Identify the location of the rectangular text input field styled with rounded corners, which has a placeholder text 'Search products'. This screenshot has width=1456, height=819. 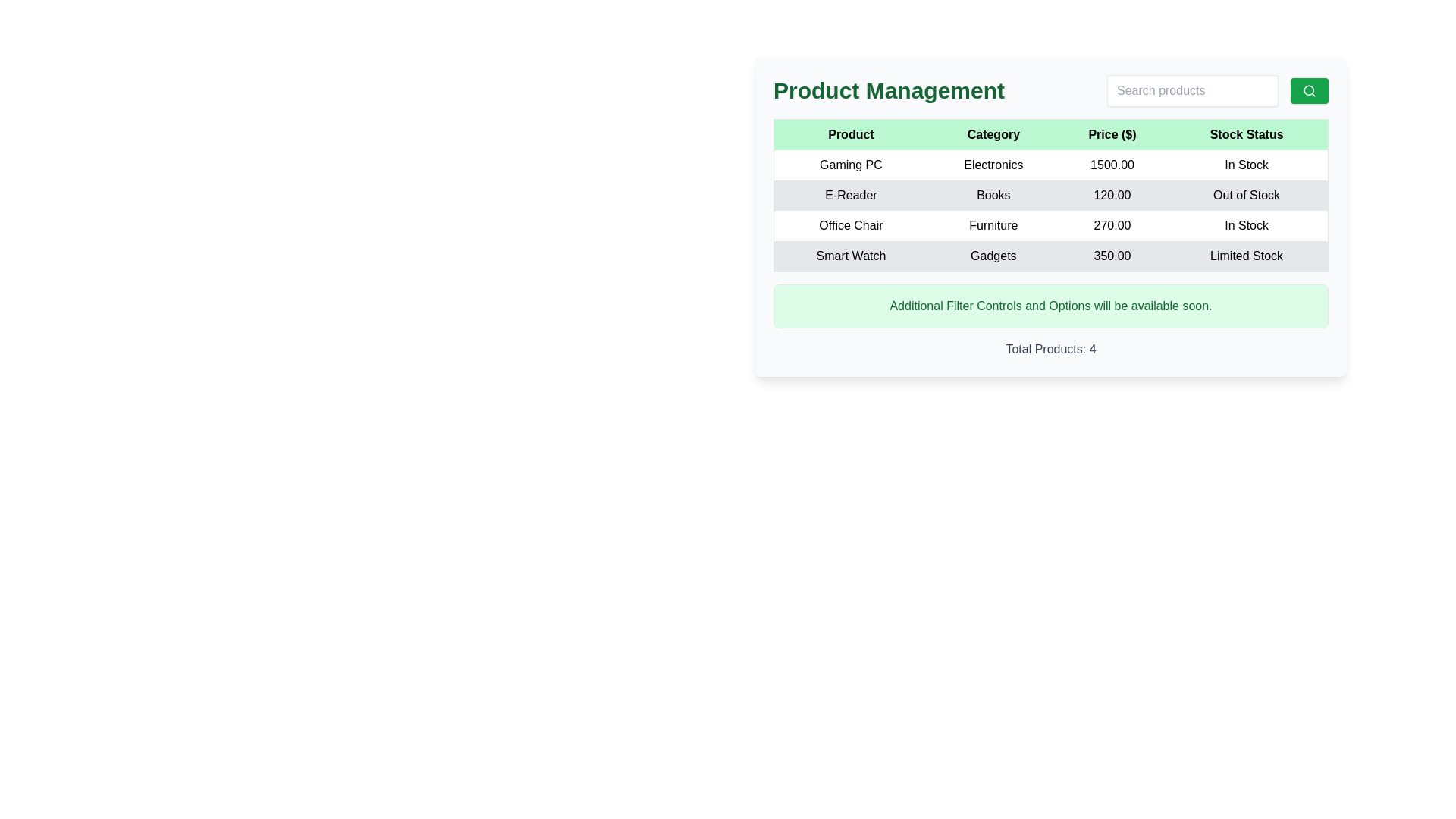
(1192, 90).